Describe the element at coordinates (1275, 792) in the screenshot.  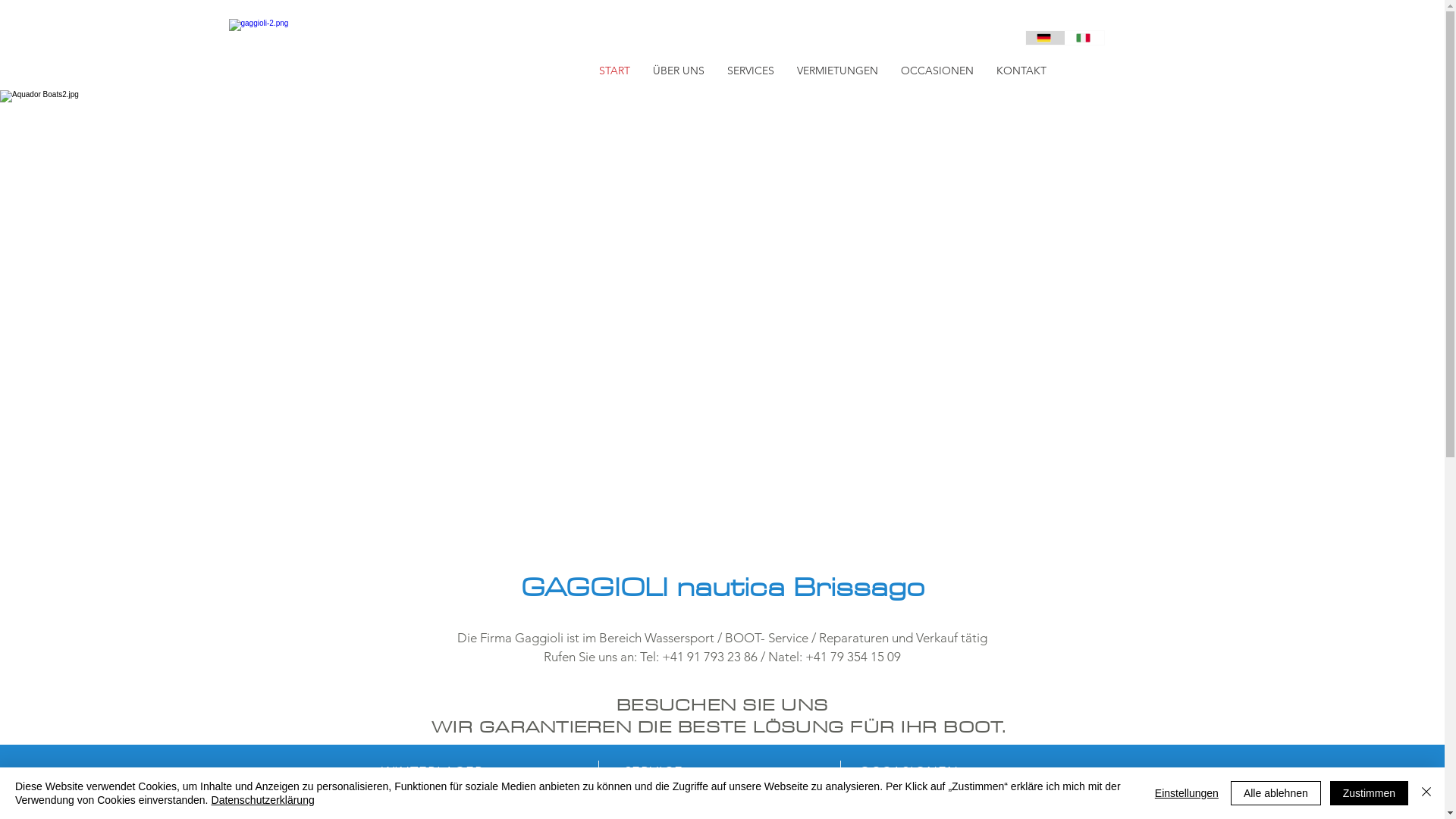
I see `'Alle ablehnen'` at that location.